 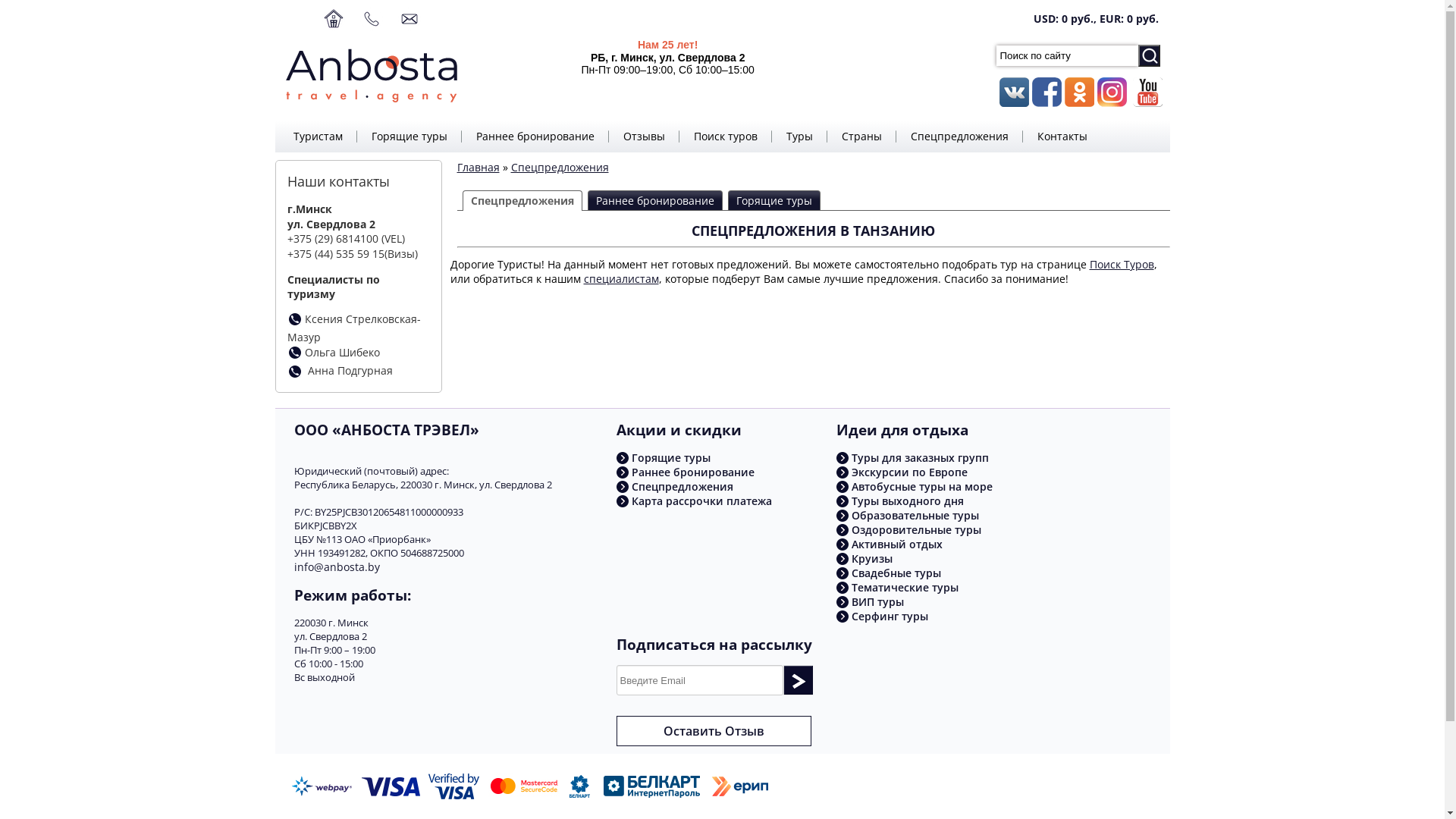 What do you see at coordinates (336, 566) in the screenshot?
I see `'info@anbosta.by'` at bounding box center [336, 566].